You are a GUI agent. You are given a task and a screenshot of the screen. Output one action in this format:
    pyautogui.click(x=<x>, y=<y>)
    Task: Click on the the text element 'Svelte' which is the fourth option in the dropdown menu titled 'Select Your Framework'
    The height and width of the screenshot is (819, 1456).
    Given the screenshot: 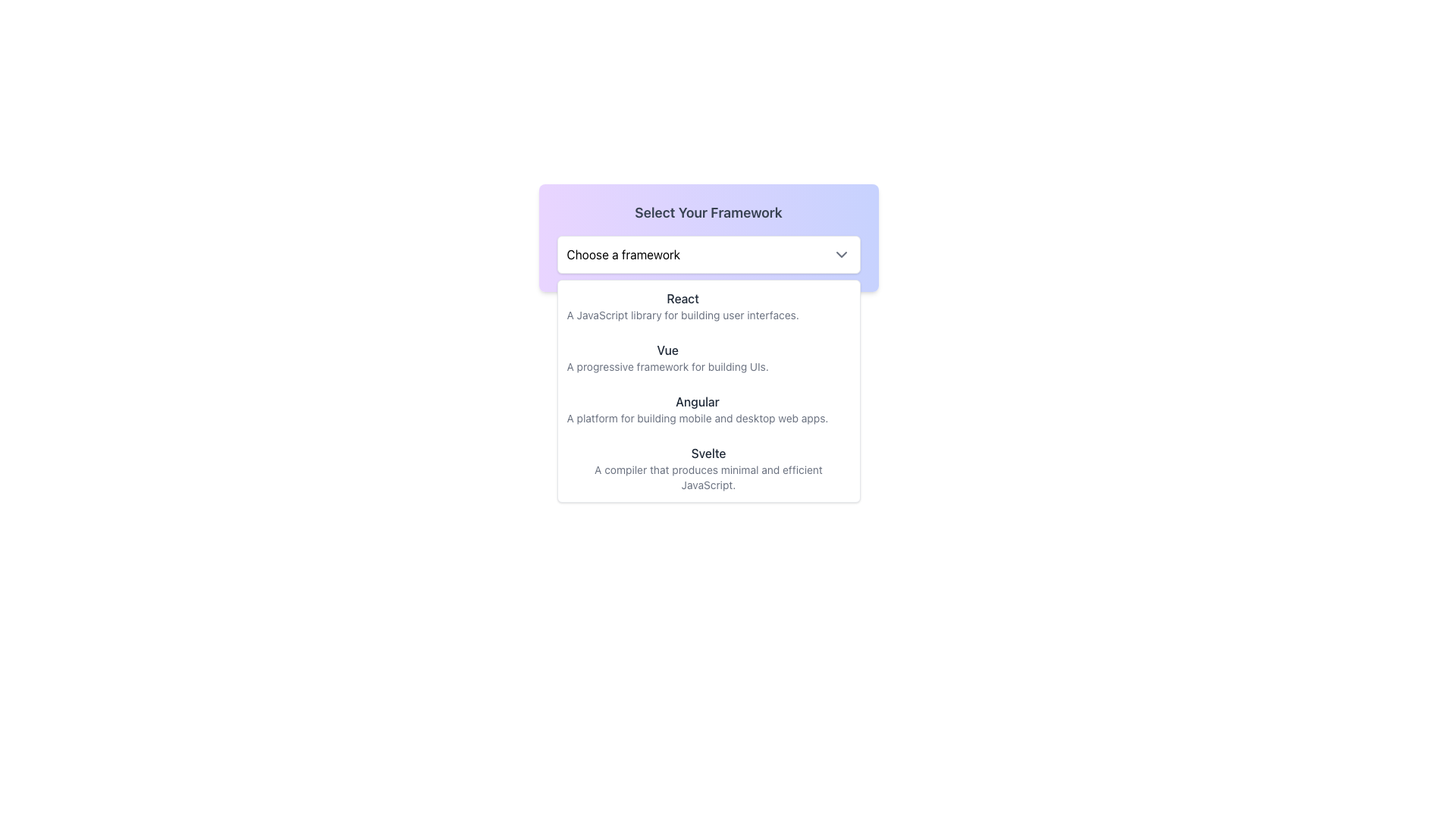 What is the action you would take?
    pyautogui.click(x=708, y=452)
    